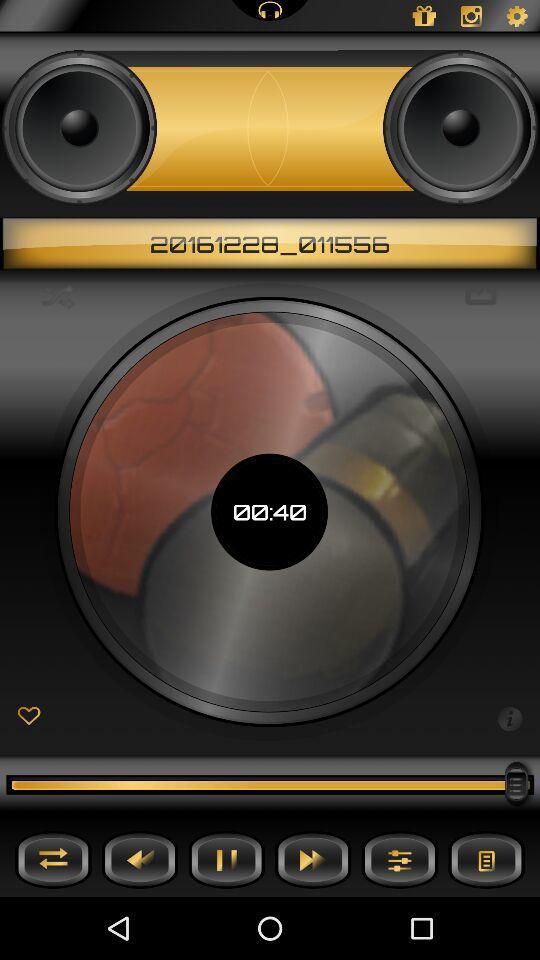 The image size is (540, 960). What do you see at coordinates (509, 717) in the screenshot?
I see `show information` at bounding box center [509, 717].